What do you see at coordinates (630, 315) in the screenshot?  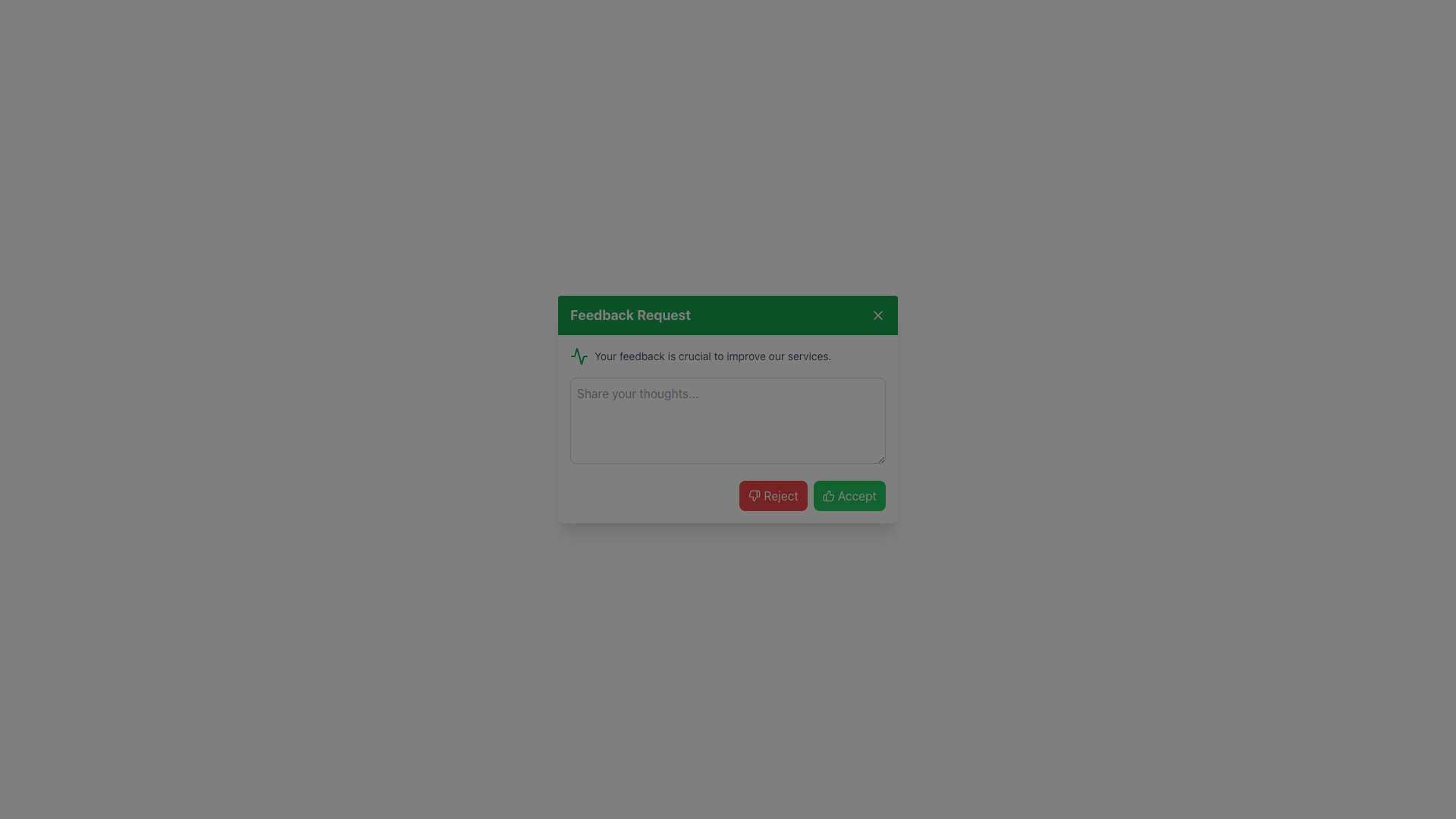 I see `the text element 'Feedback Request' located in the top green bar of the feedback form, which indicates the type of interaction the user is engaging with` at bounding box center [630, 315].